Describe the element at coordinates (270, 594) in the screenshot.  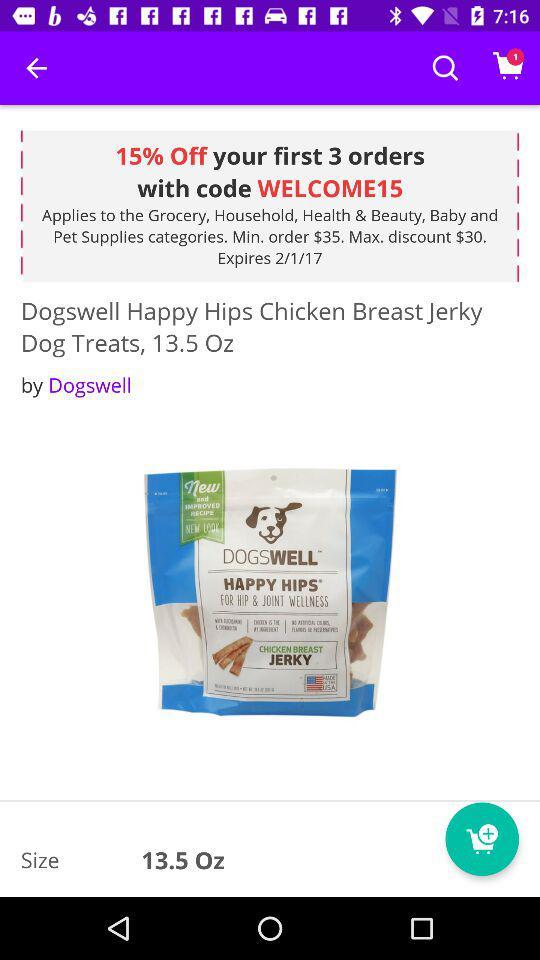
I see `this item` at that location.